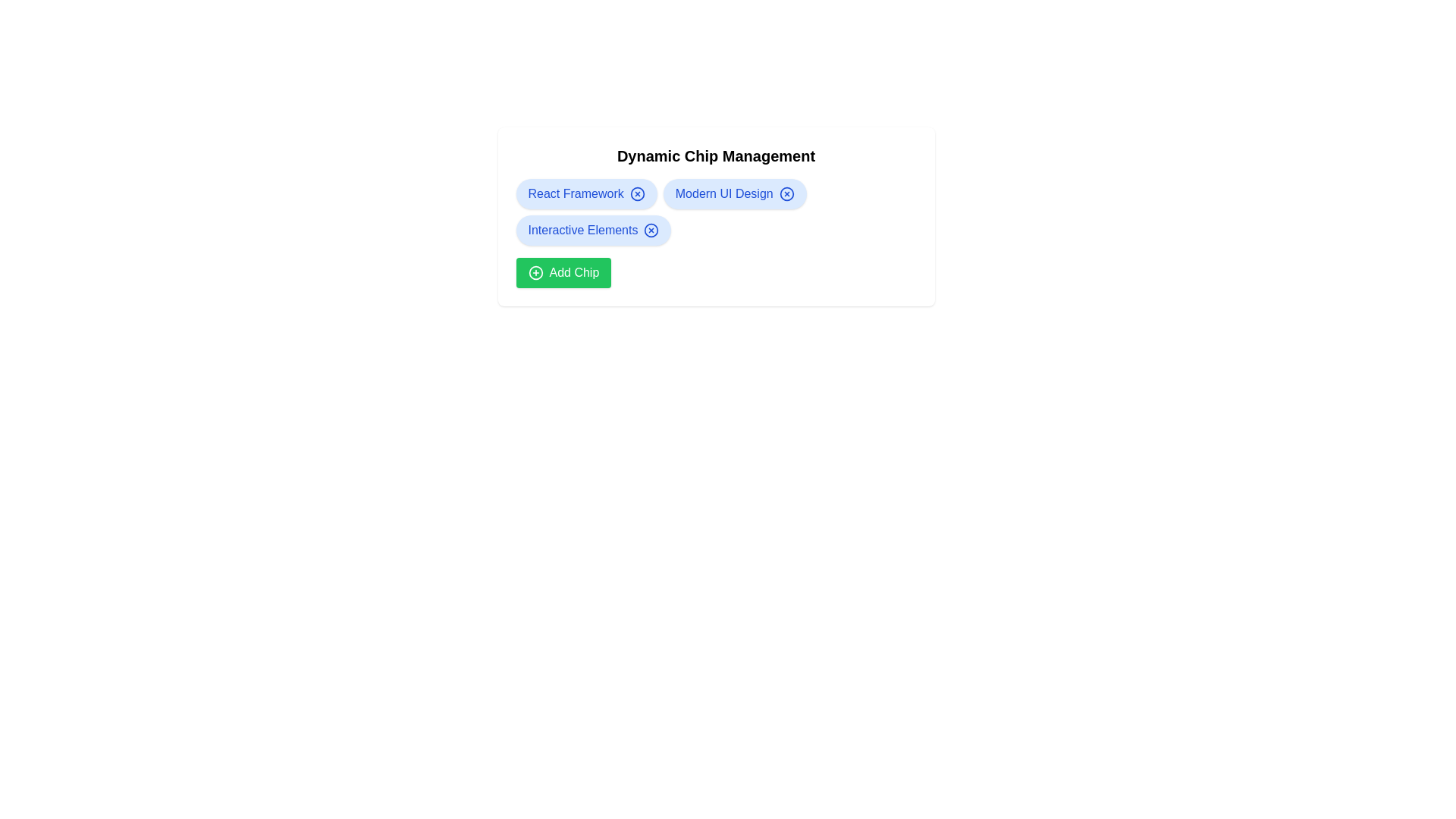  I want to click on close button on the chip labeled Interactive Elements to remove it, so click(651, 231).